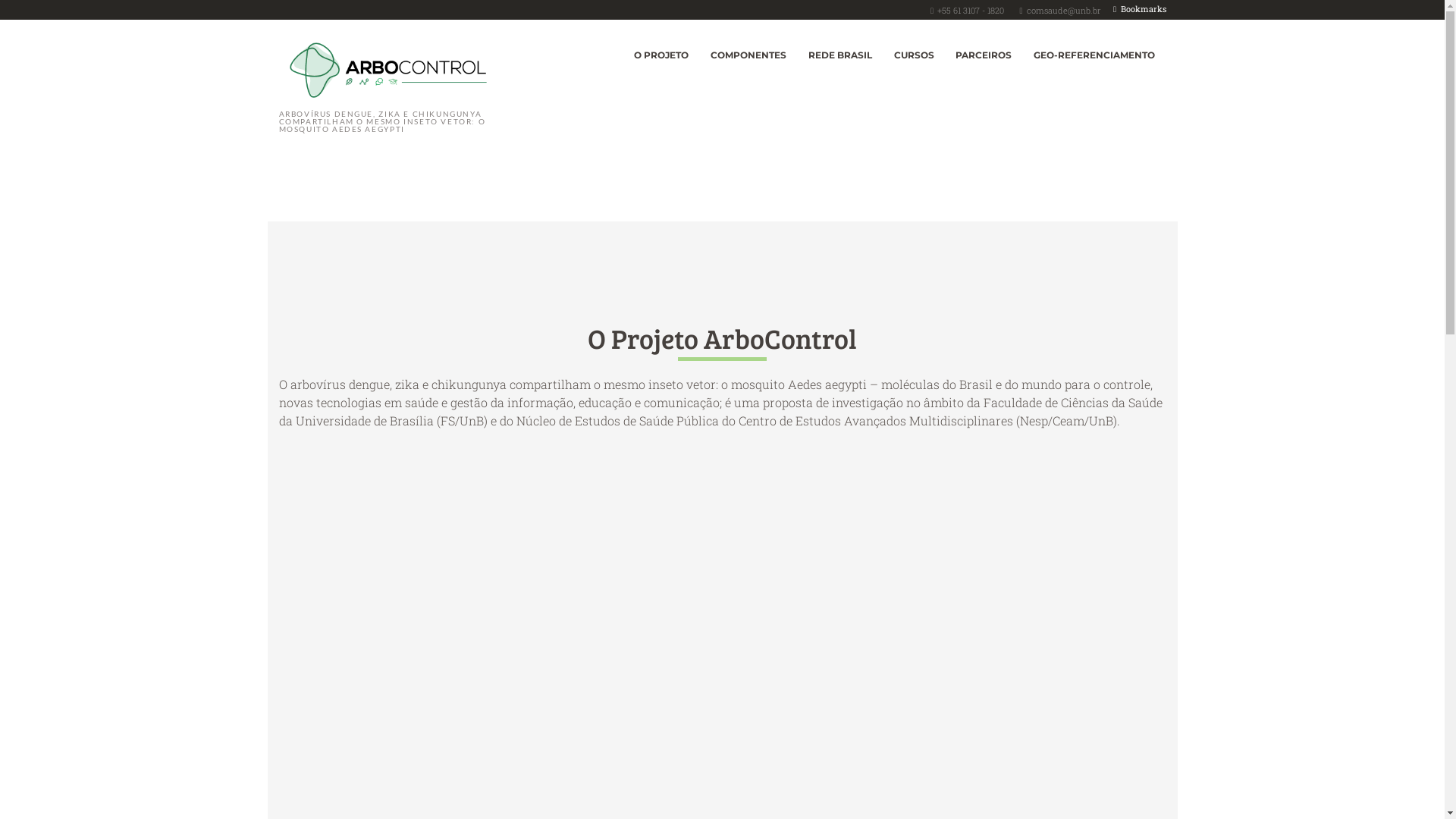 Image resolution: width=1456 pixels, height=819 pixels. I want to click on '+55 61 3107 - 1820', so click(971, 10).